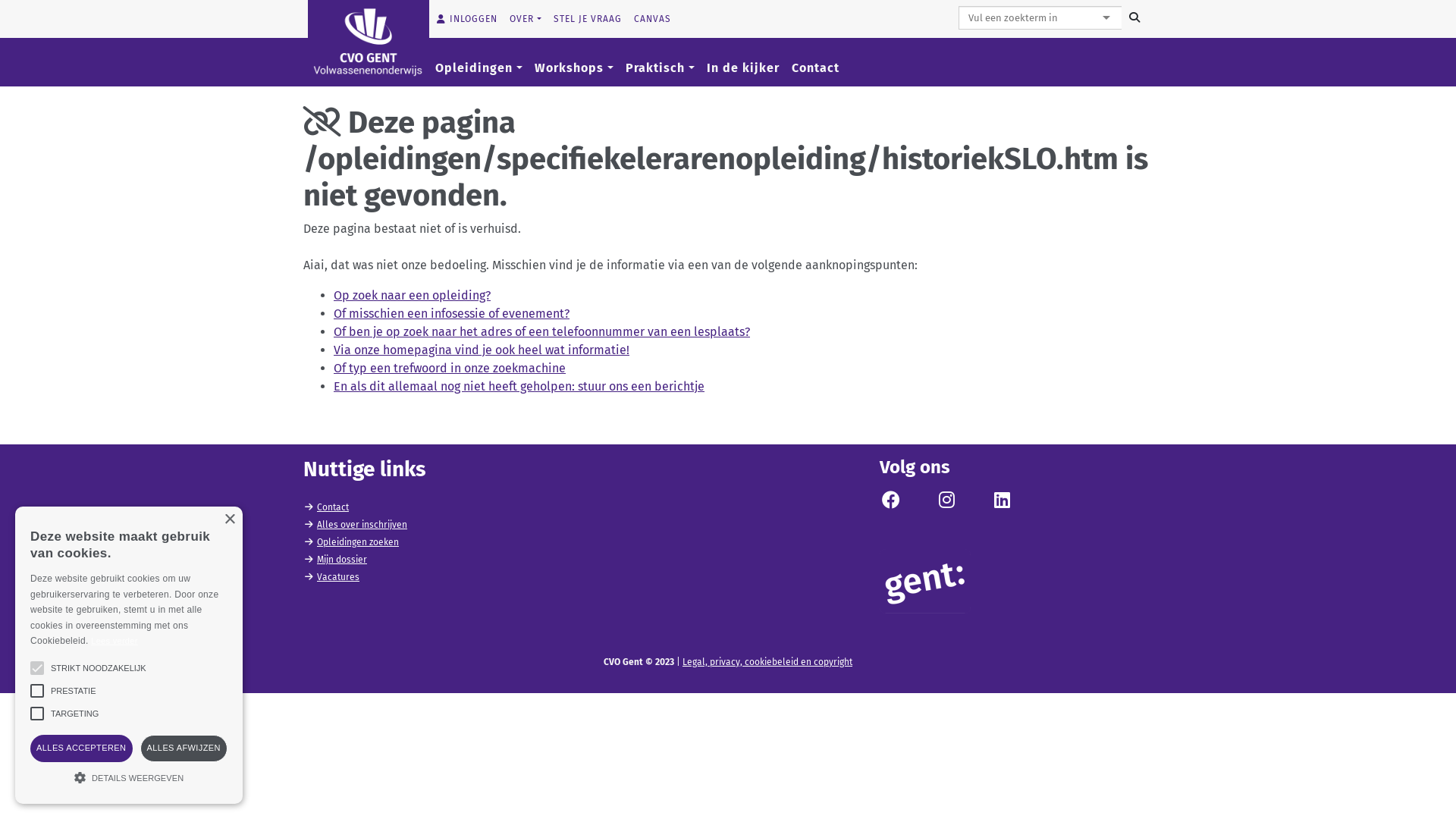 Image resolution: width=1456 pixels, height=819 pixels. What do you see at coordinates (412, 295) in the screenshot?
I see `'Op zoek naar een opleiding?'` at bounding box center [412, 295].